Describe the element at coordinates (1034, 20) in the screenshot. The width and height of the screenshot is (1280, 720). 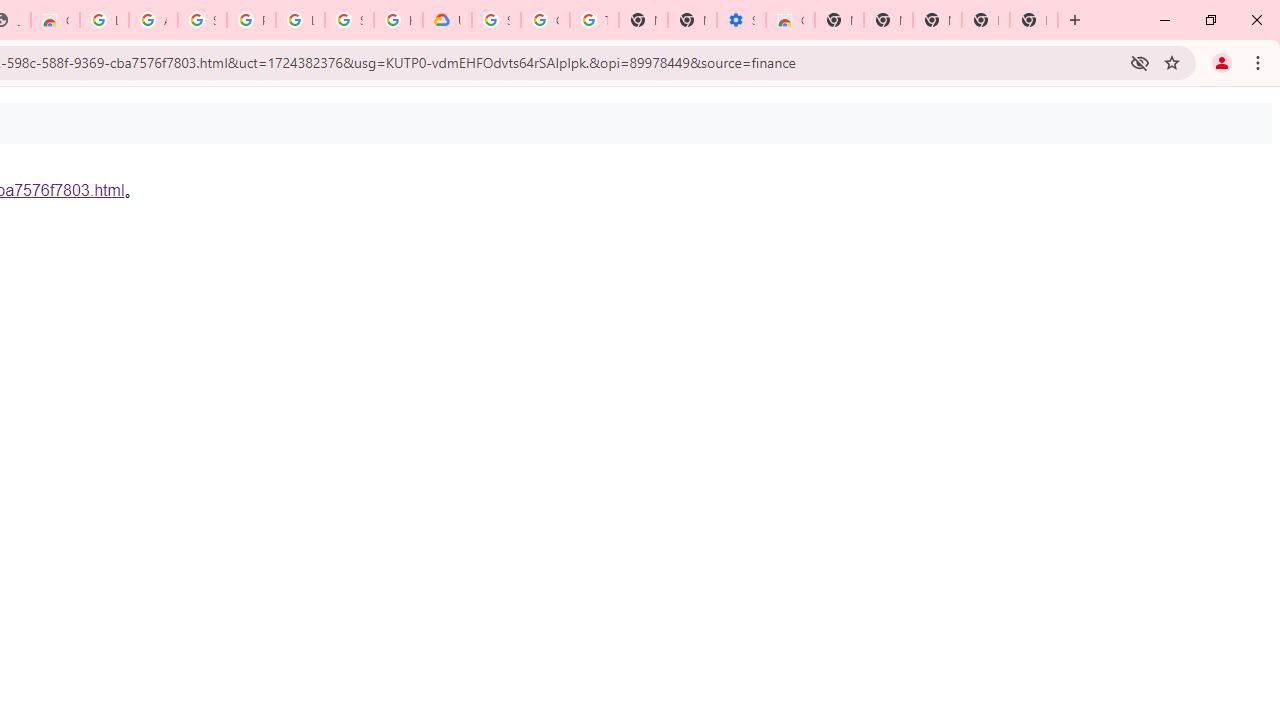
I see `'New Tab'` at that location.